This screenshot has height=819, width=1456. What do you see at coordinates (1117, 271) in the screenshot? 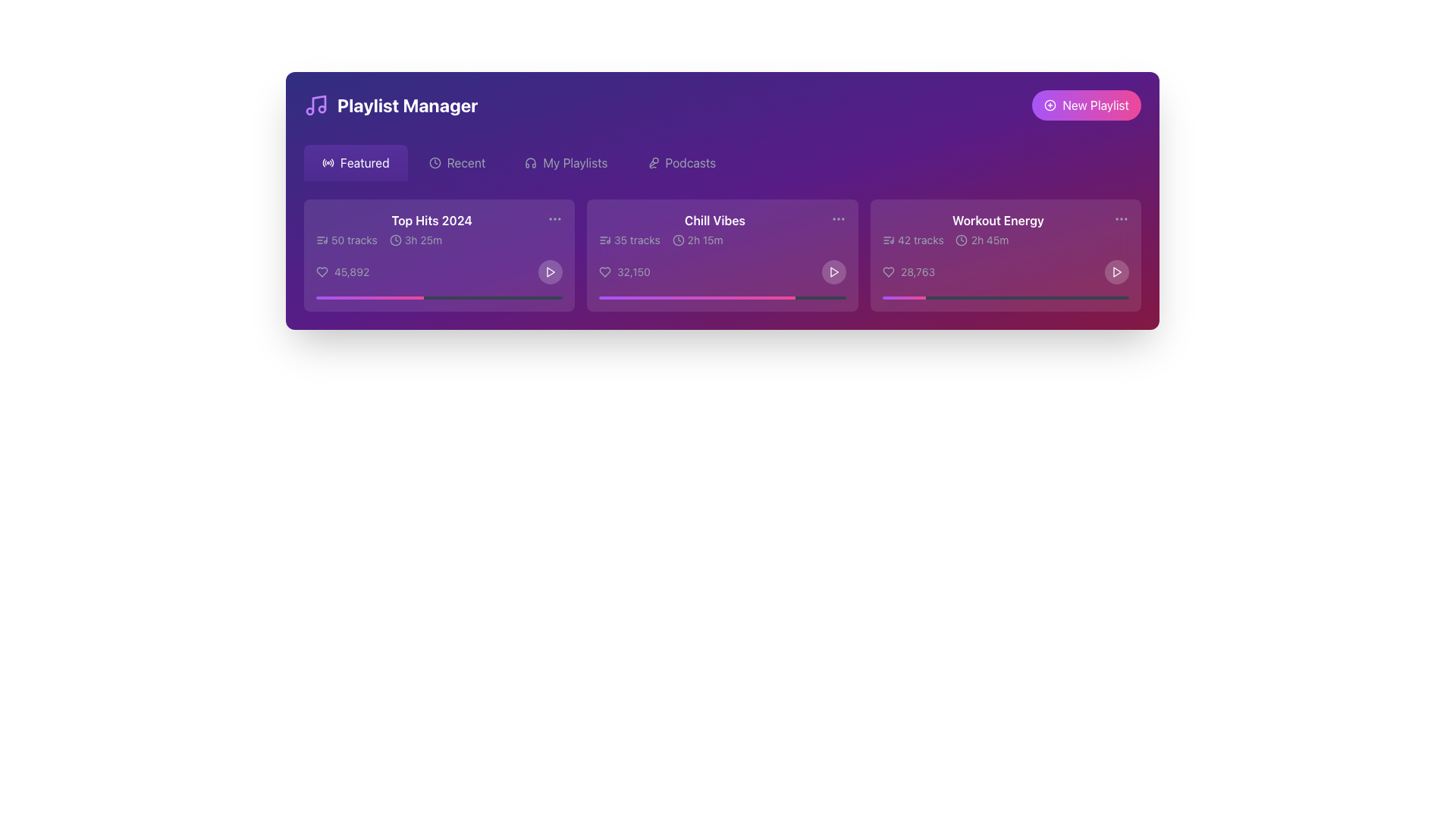
I see `the play button located in the lower-right corner of the 'Workout Energy' card` at bounding box center [1117, 271].